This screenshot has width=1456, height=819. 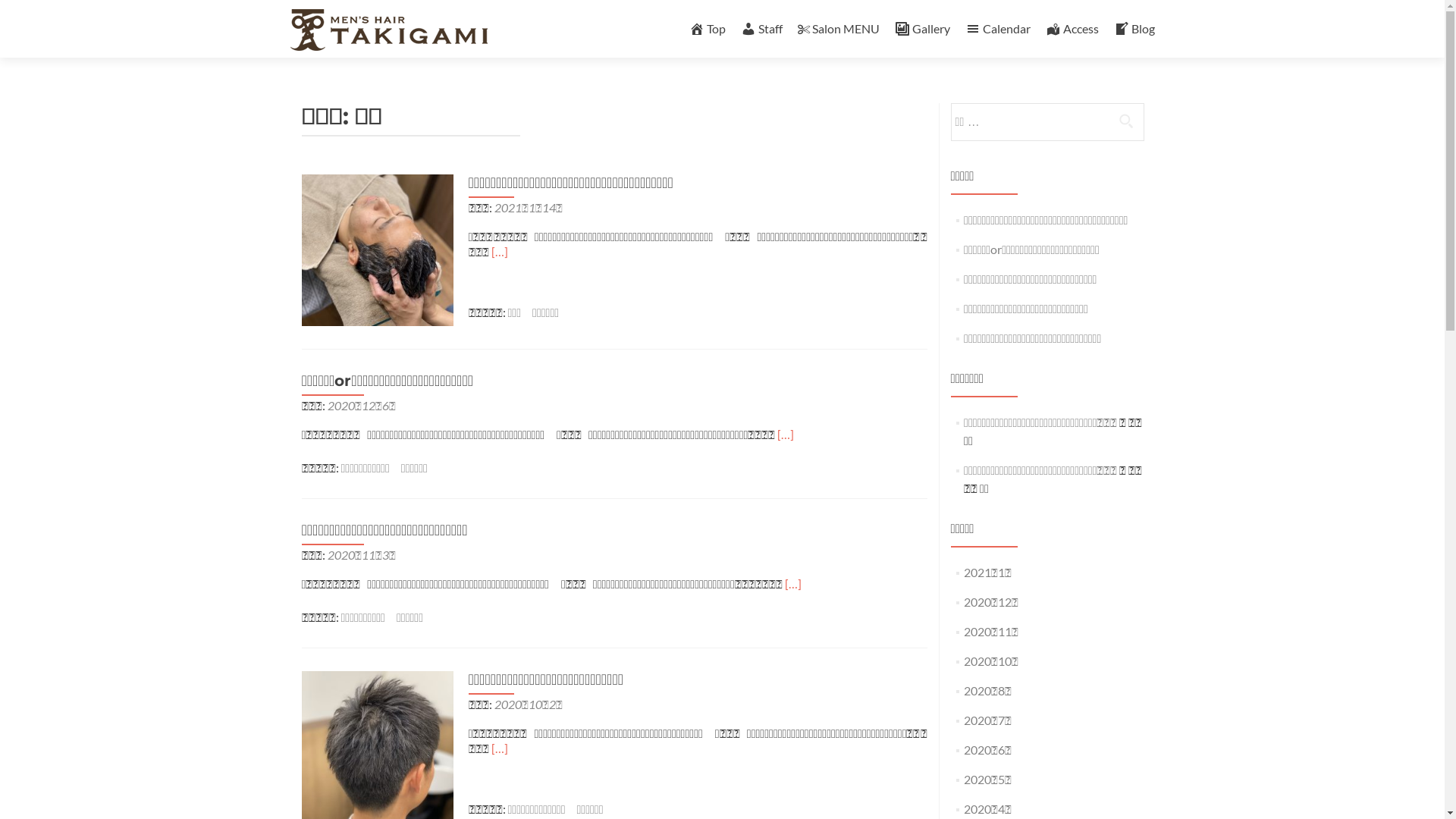 What do you see at coordinates (837, 28) in the screenshot?
I see `'Salon MENU'` at bounding box center [837, 28].